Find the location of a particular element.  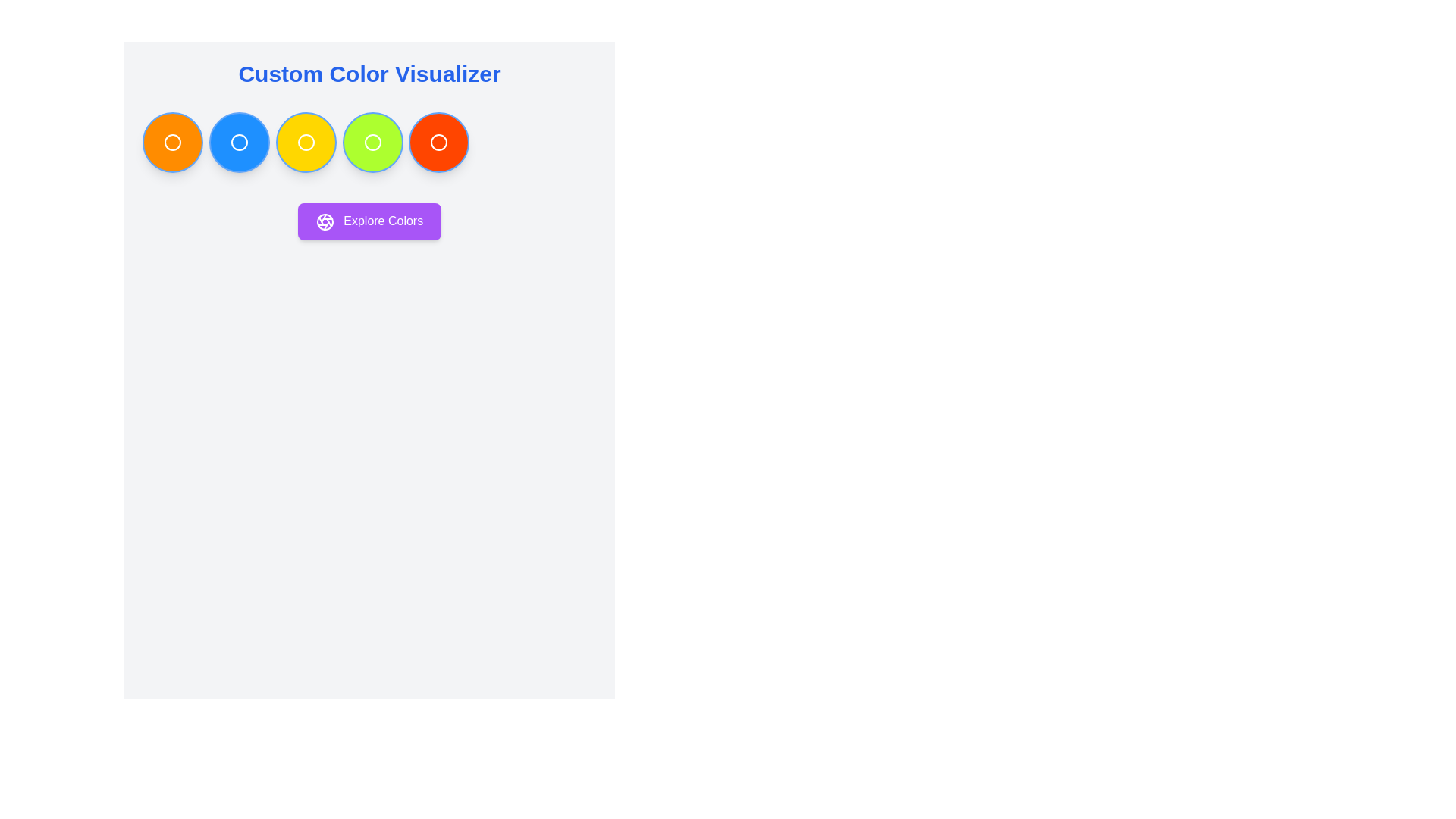

the fifth circular button with a bright green background, blue border, and a white dot in the center is located at coordinates (372, 143).